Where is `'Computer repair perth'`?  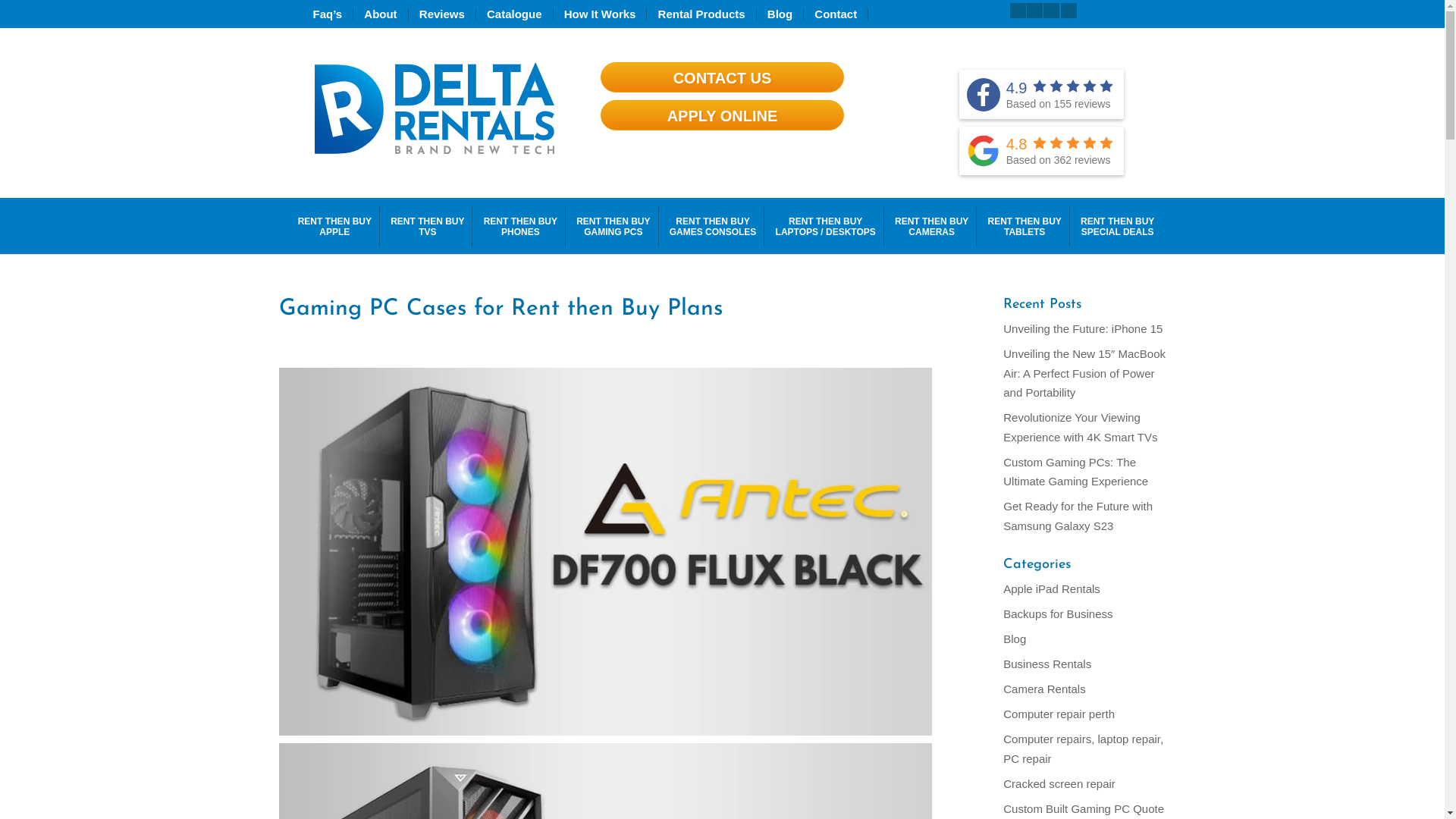
'Computer repair perth' is located at coordinates (1058, 714).